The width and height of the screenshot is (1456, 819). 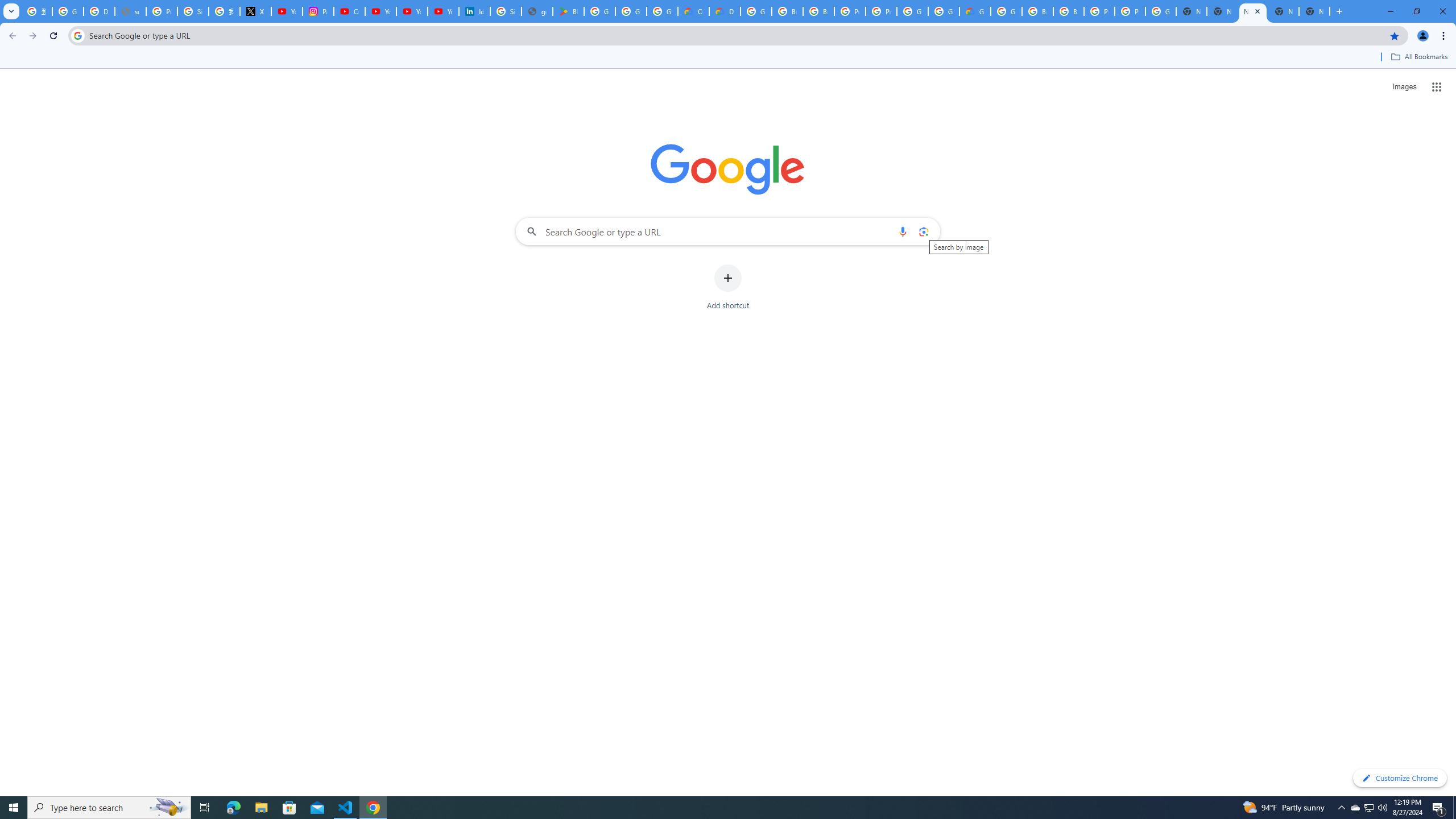 What do you see at coordinates (568, 11) in the screenshot?
I see `'Bluey: Let'` at bounding box center [568, 11].